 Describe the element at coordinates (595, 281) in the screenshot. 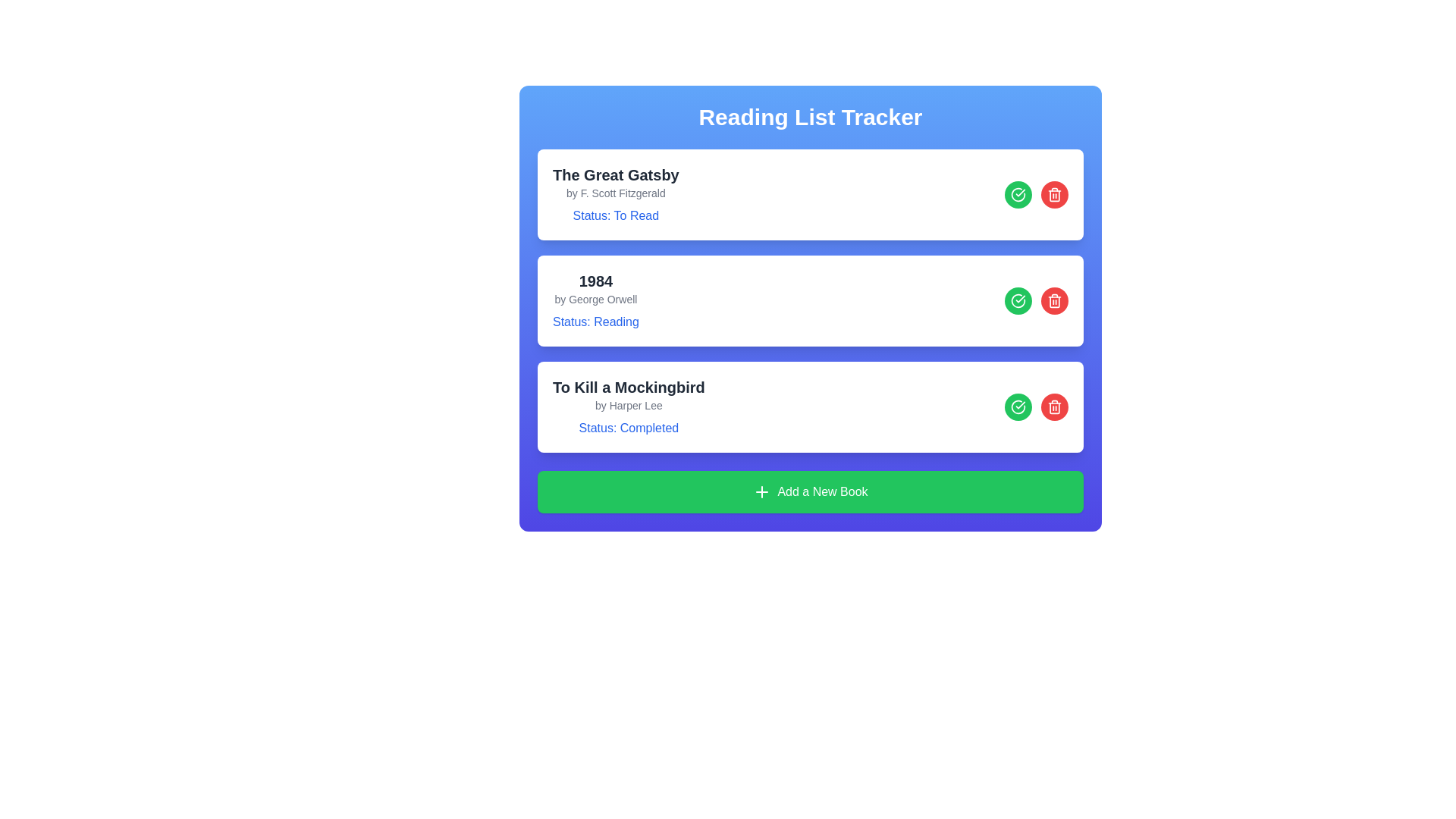

I see `the text label displaying '1984' in bold black font, which is the title of the second book in a vertical list, located above 'by George Orwell' and 'Status: Reading'` at that location.